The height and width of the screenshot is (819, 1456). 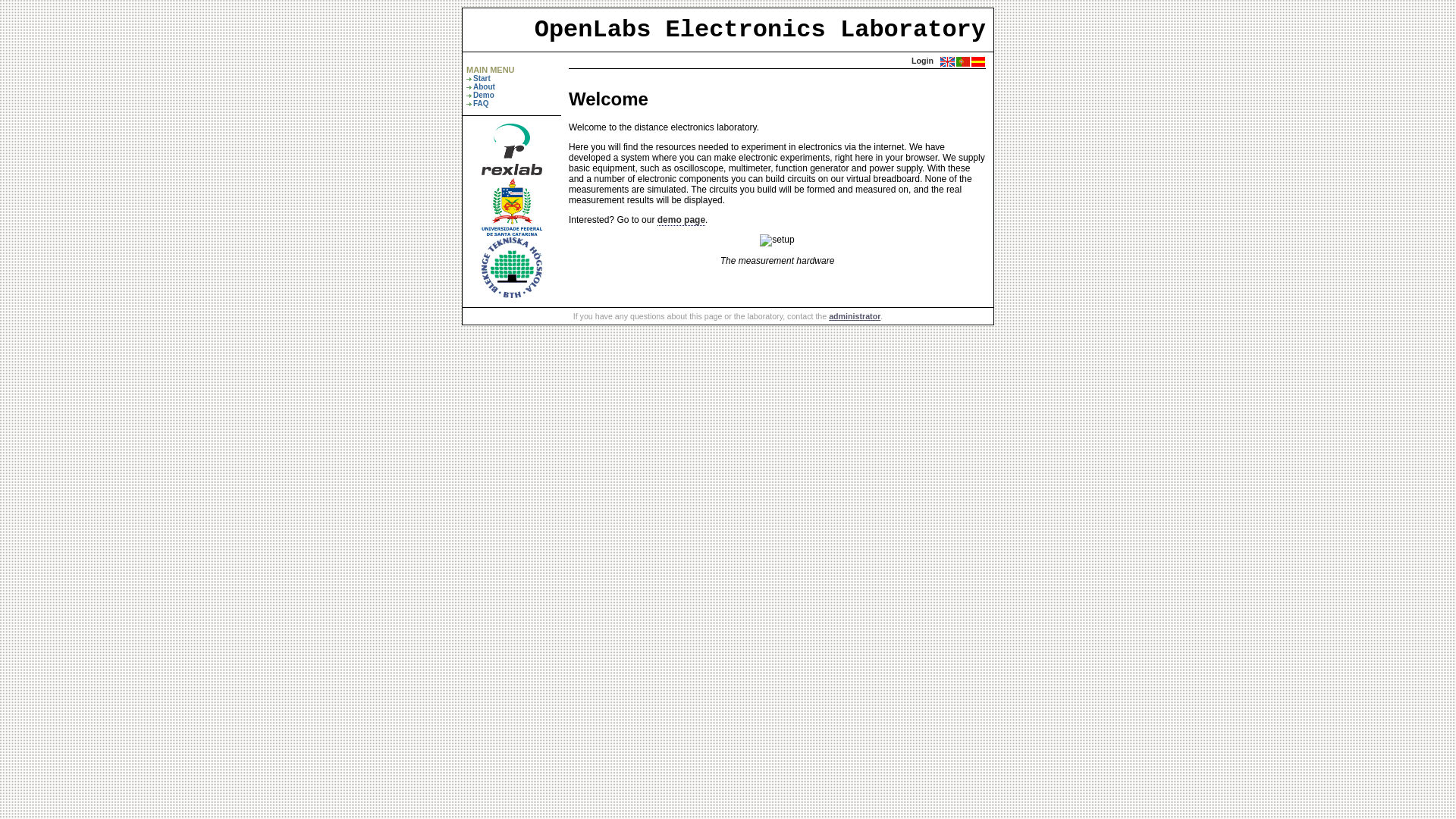 What do you see at coordinates (680, 220) in the screenshot?
I see `'demo page'` at bounding box center [680, 220].